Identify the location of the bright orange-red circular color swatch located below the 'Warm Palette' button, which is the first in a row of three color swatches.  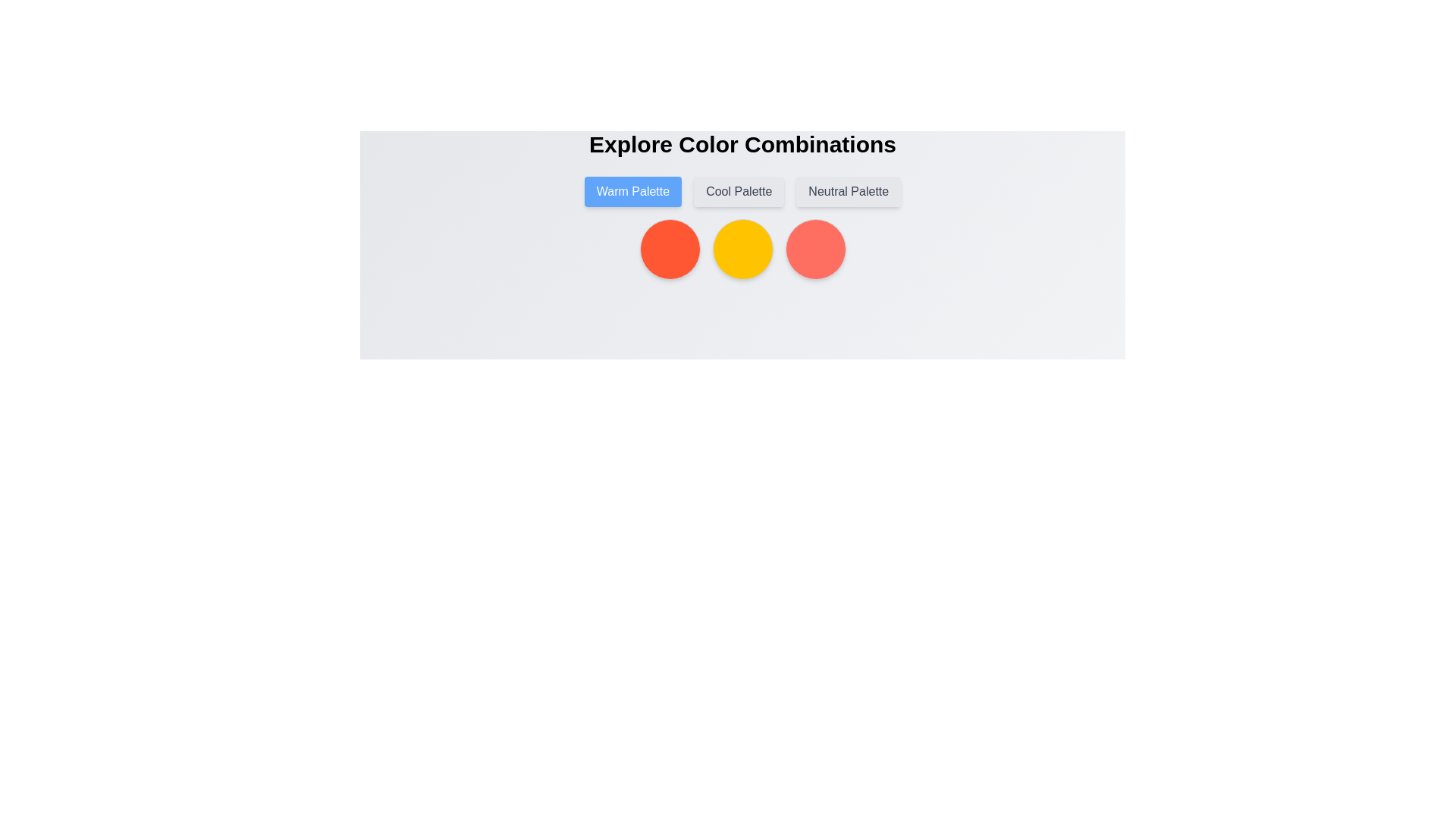
(669, 248).